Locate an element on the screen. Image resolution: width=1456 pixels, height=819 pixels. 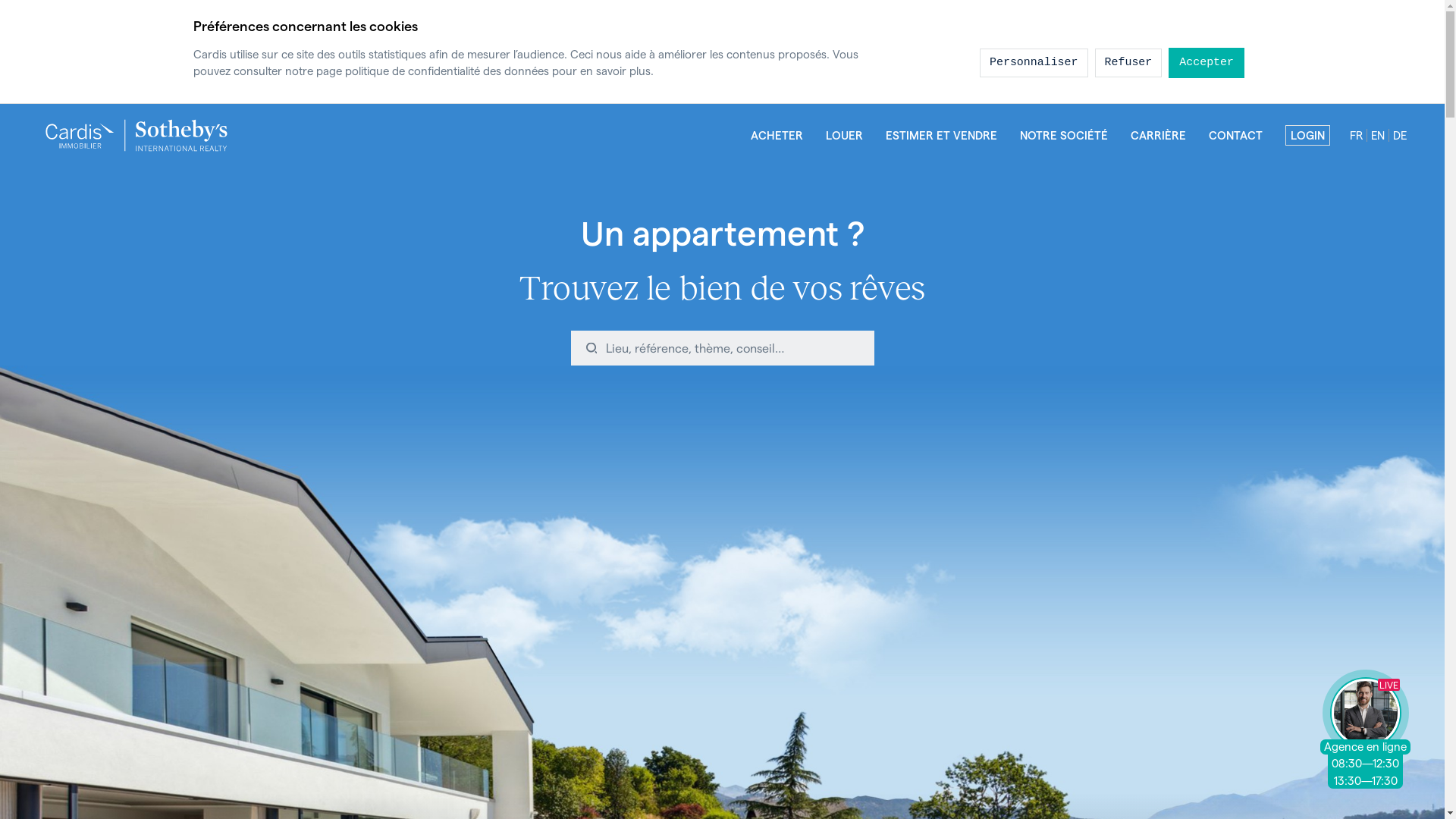
'Refuser' is located at coordinates (1128, 62).